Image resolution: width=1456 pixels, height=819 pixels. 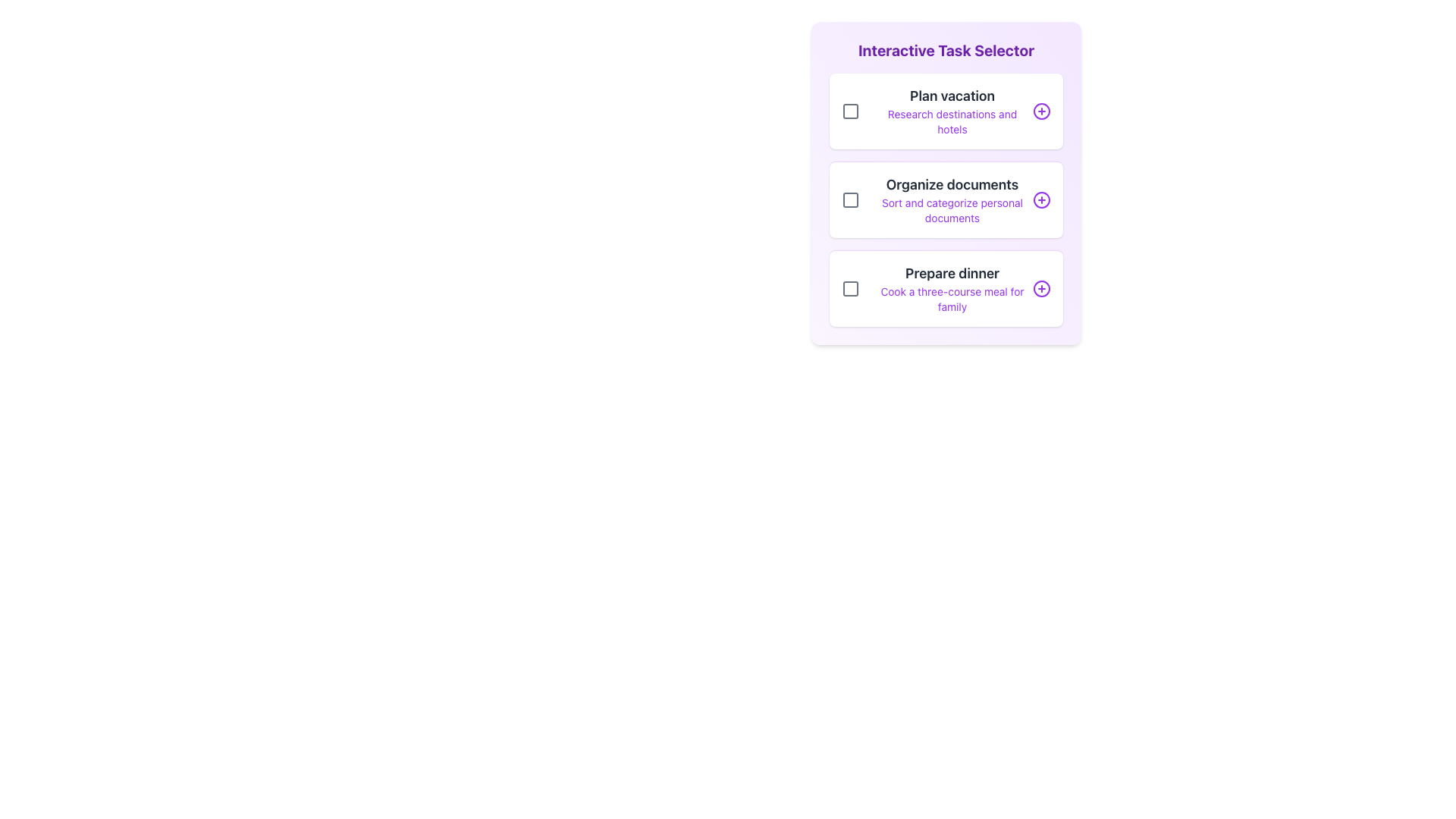 What do you see at coordinates (952, 121) in the screenshot?
I see `the Text Label that provides additional information related to the 'Plan vacation' task, which is positioned directly below the 'Plan vacation' text within the first task card` at bounding box center [952, 121].